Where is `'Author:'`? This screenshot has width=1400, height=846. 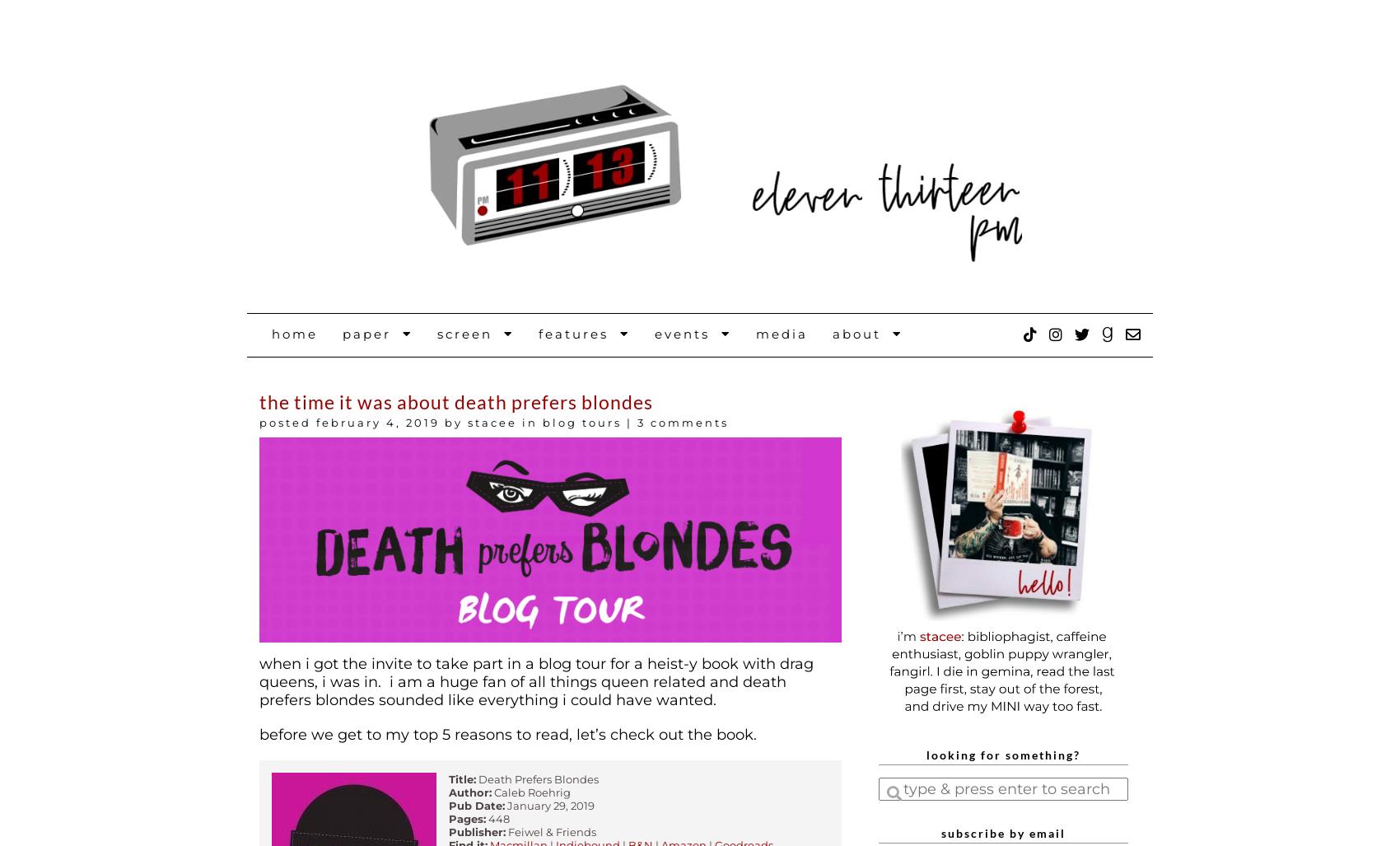 'Author:' is located at coordinates (469, 791).